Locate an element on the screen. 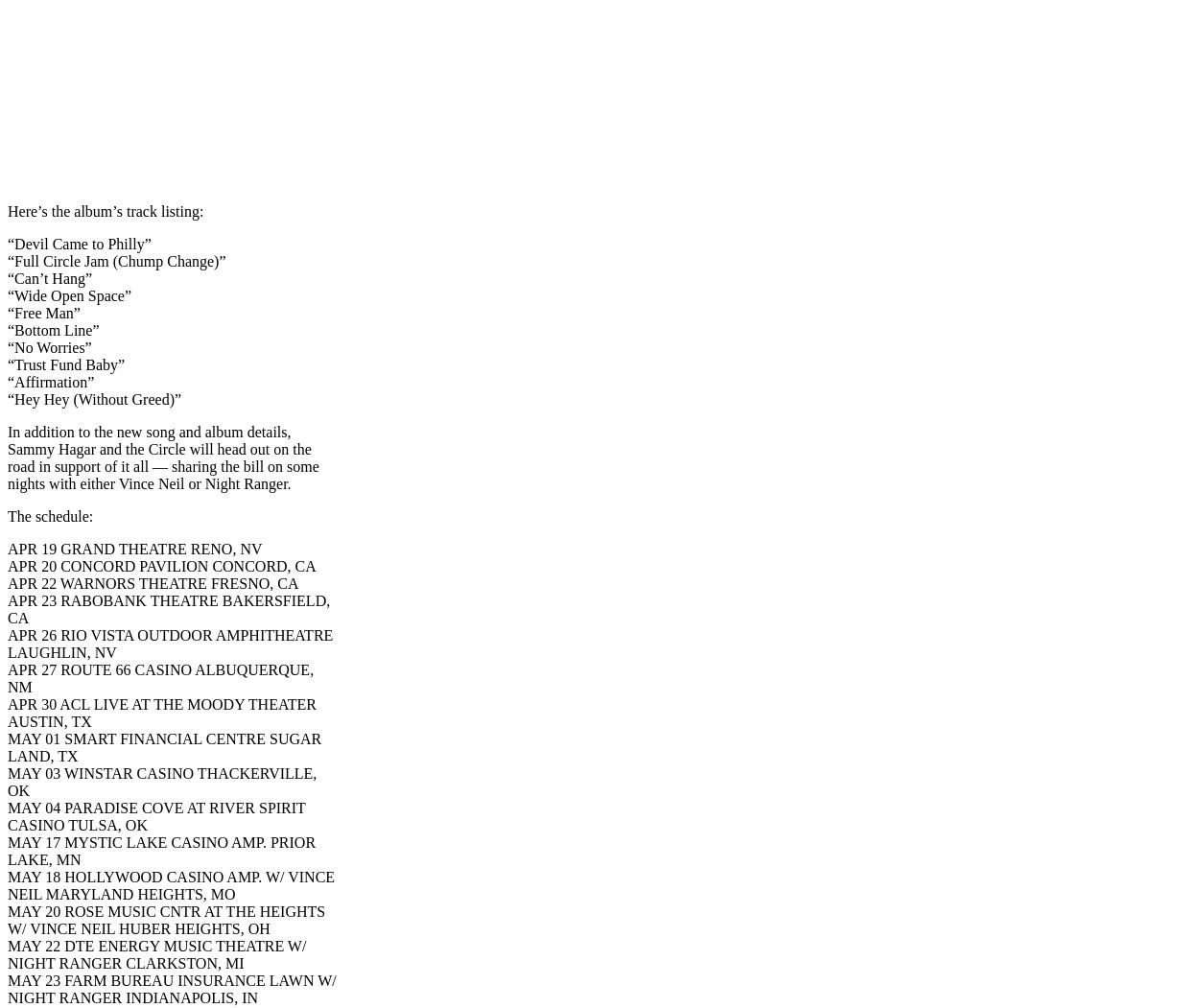 This screenshot has height=1008, width=1177. '“Trust Fund Baby”' is located at coordinates (65, 363).